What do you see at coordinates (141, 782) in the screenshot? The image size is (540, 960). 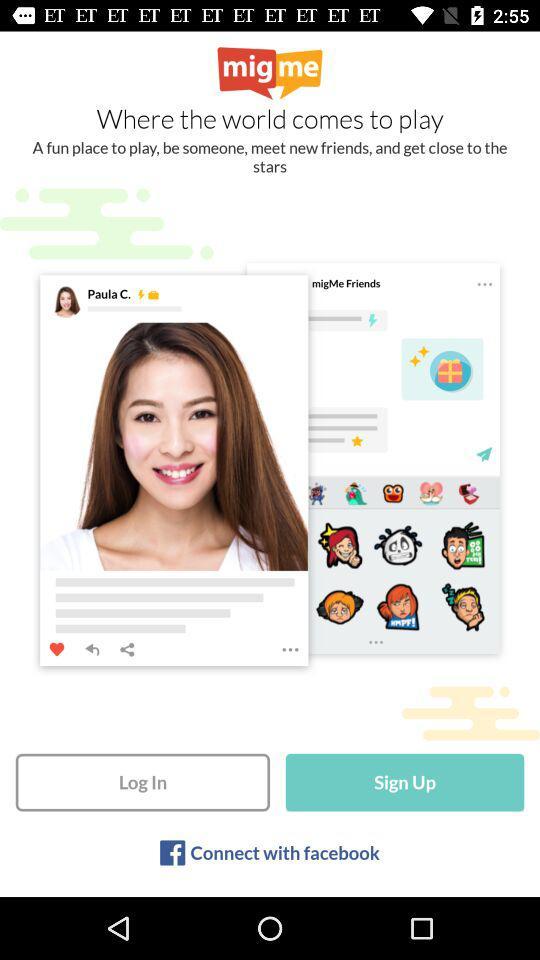 I see `log in` at bounding box center [141, 782].